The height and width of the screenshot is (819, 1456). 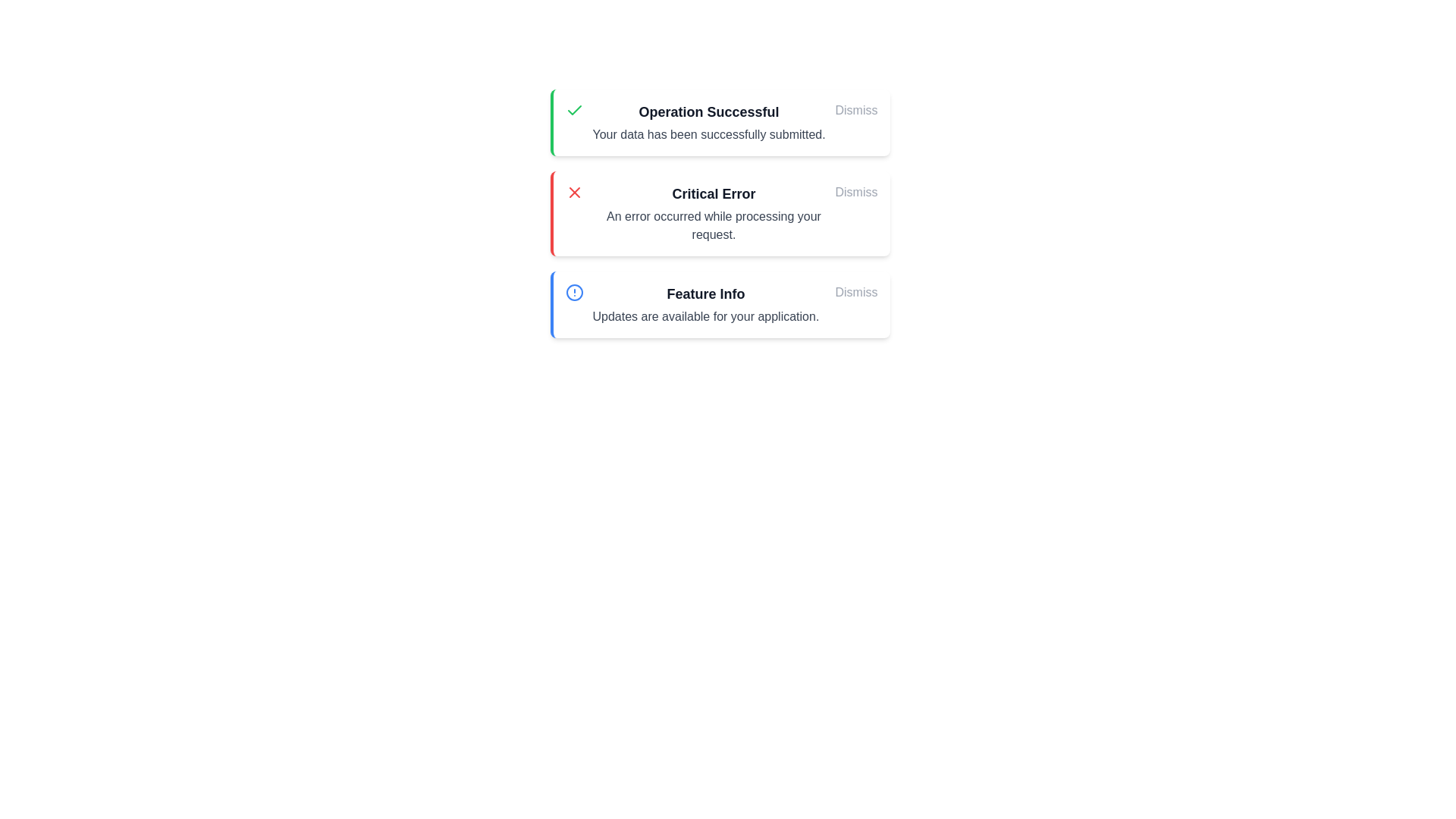 I want to click on 'Dismiss' button for the message titled 'Operation Successful', so click(x=856, y=110).